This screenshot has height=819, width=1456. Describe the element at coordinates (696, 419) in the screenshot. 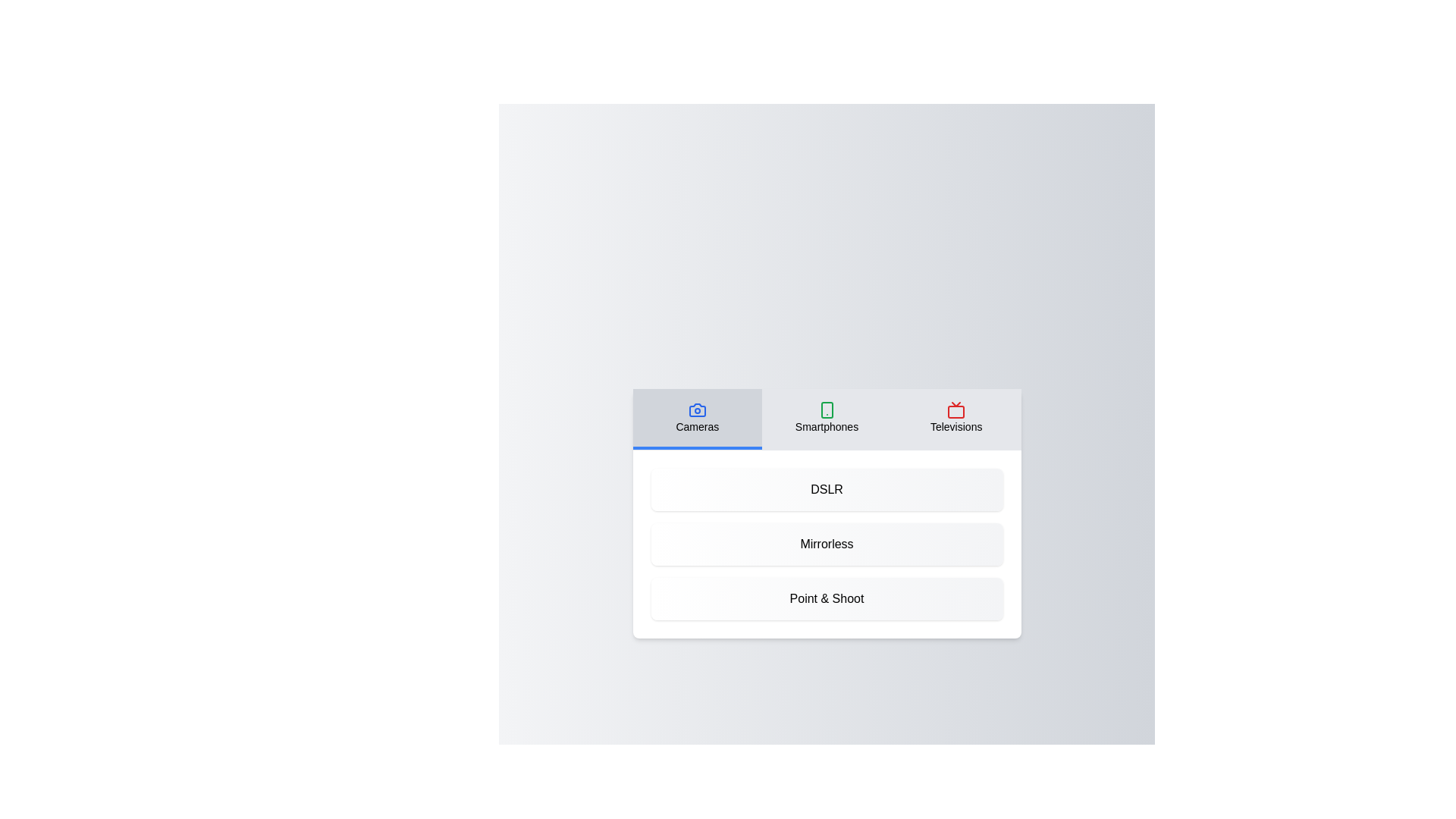

I see `the Cameras tab by clicking on it` at that location.